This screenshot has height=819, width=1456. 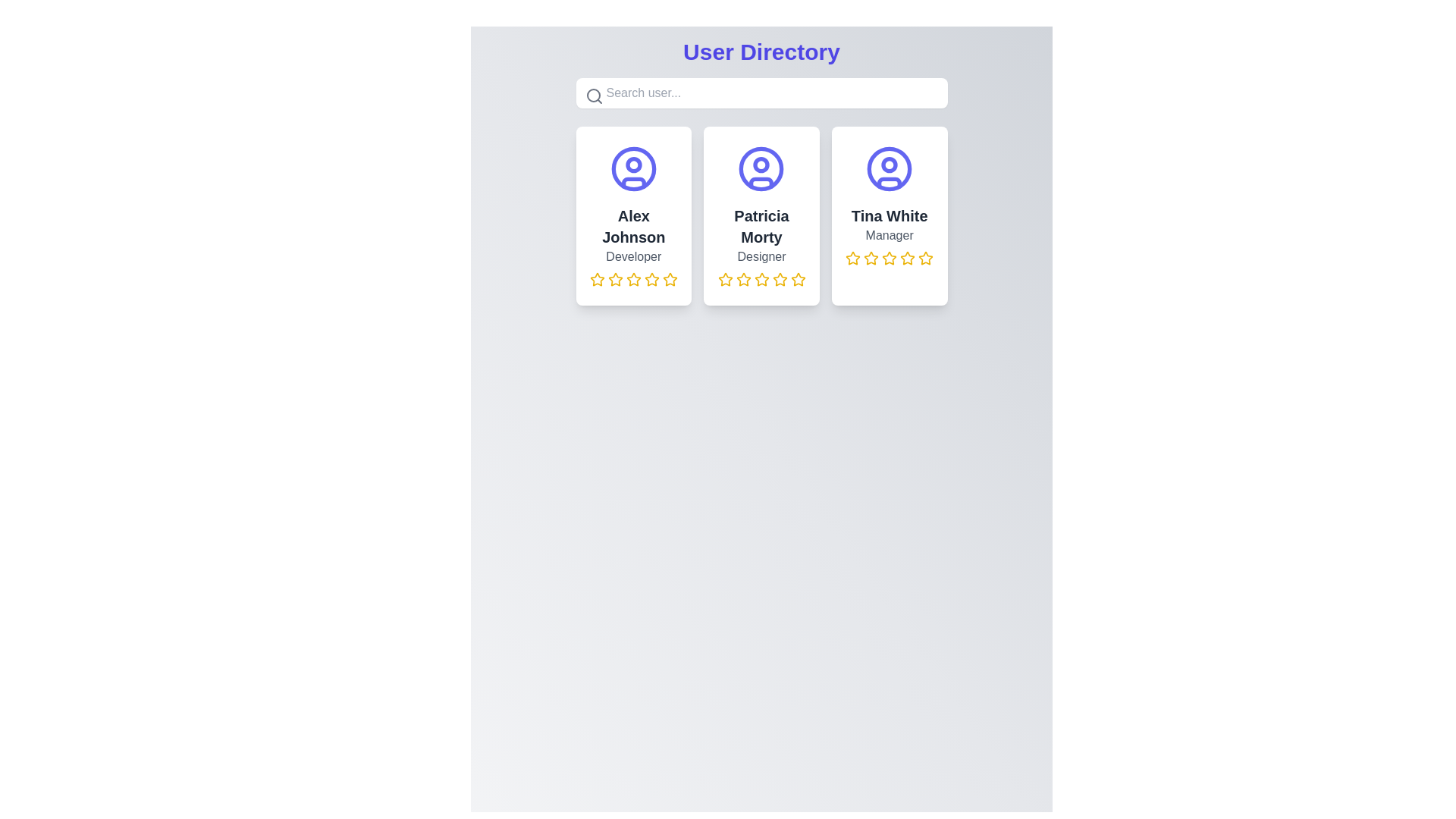 What do you see at coordinates (761, 280) in the screenshot?
I see `the fourth star icon in the rating system beneath the profile card titled 'Patricia Morty'` at bounding box center [761, 280].